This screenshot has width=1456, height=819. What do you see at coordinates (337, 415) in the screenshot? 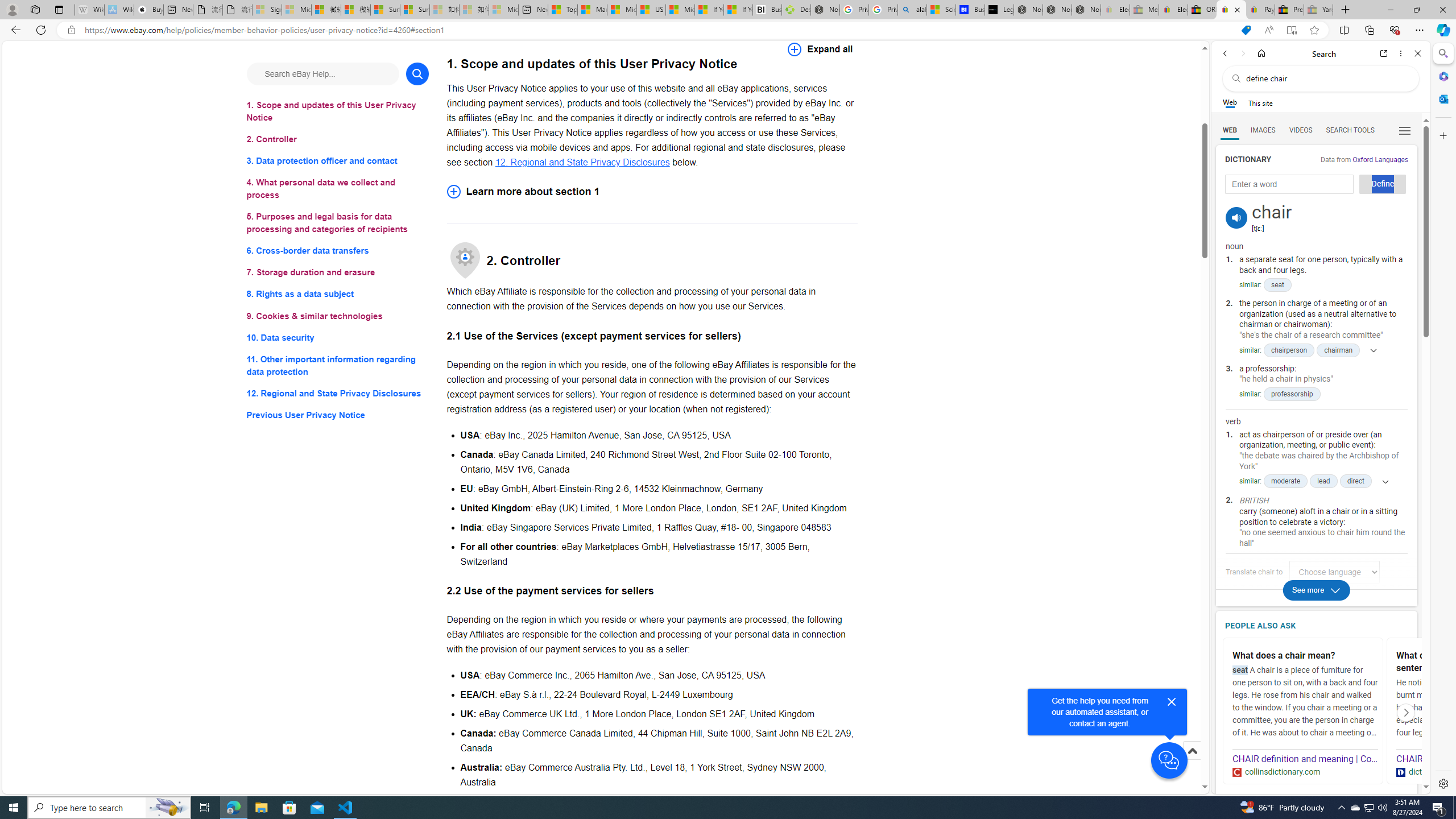
I see `'Previous User Privacy Notice'` at bounding box center [337, 415].